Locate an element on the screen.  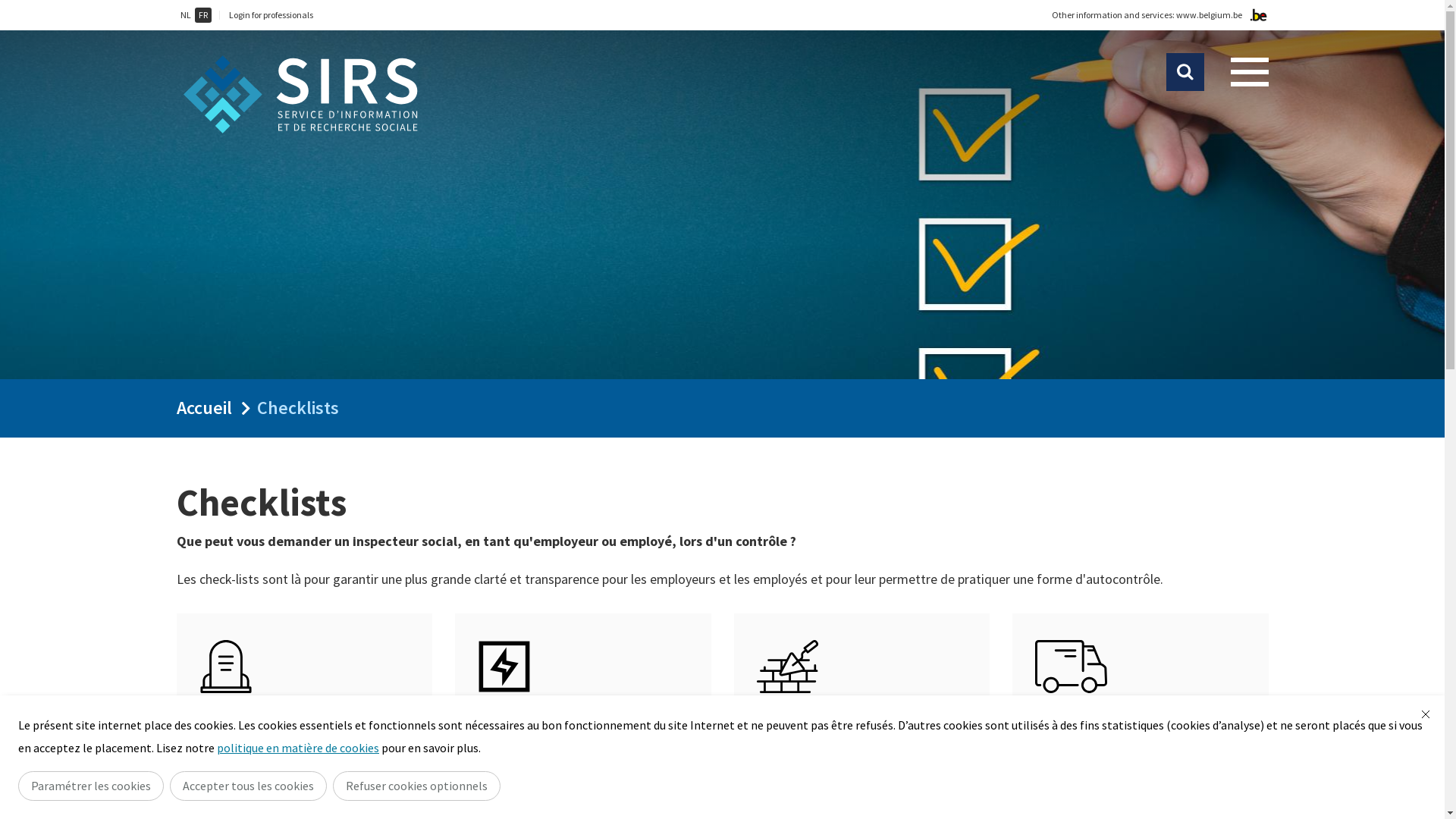
'www.belgium.be' is located at coordinates (1208, 14).